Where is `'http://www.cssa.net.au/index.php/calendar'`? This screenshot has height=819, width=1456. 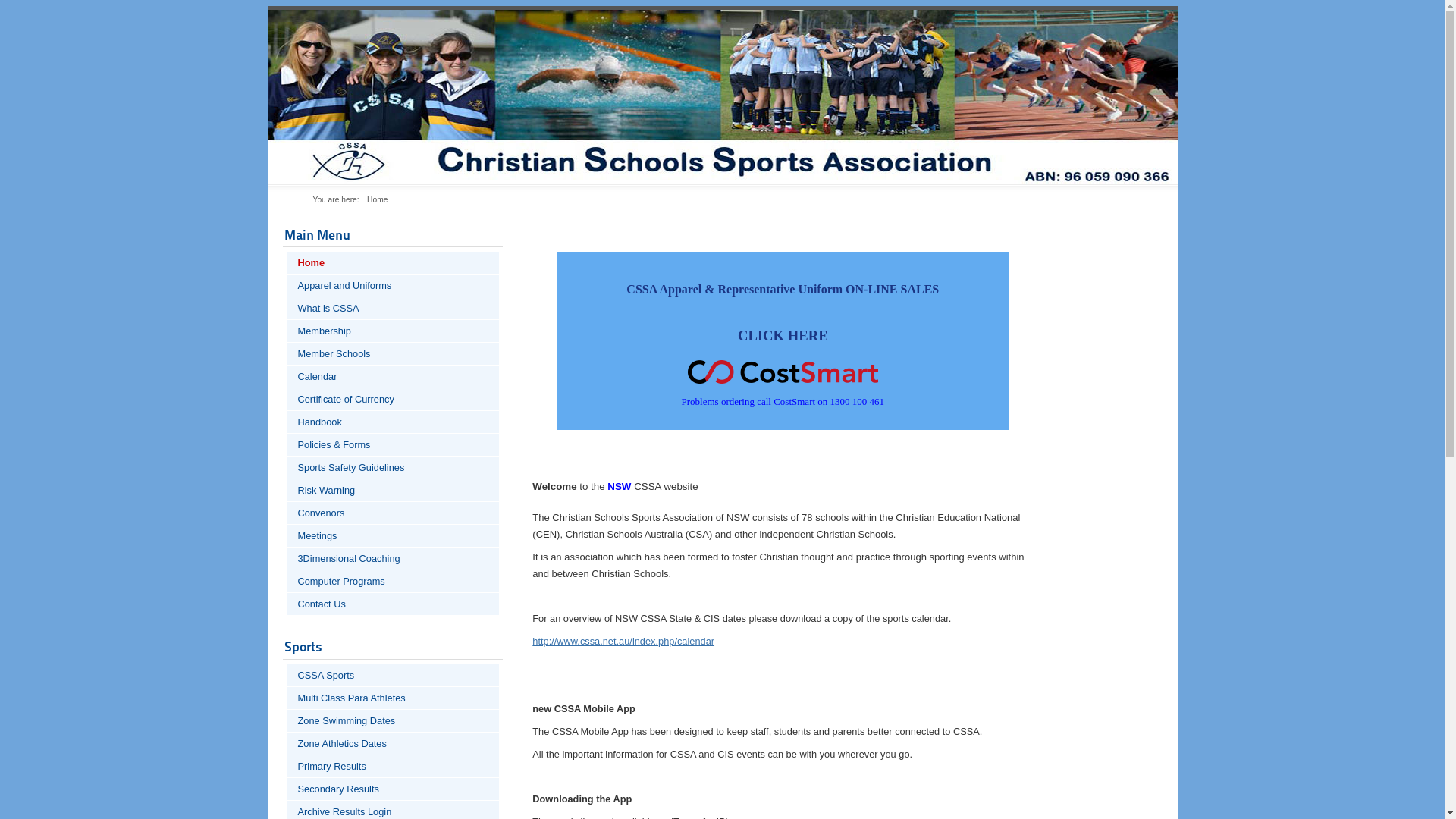 'http://www.cssa.net.au/index.php/calendar' is located at coordinates (532, 641).